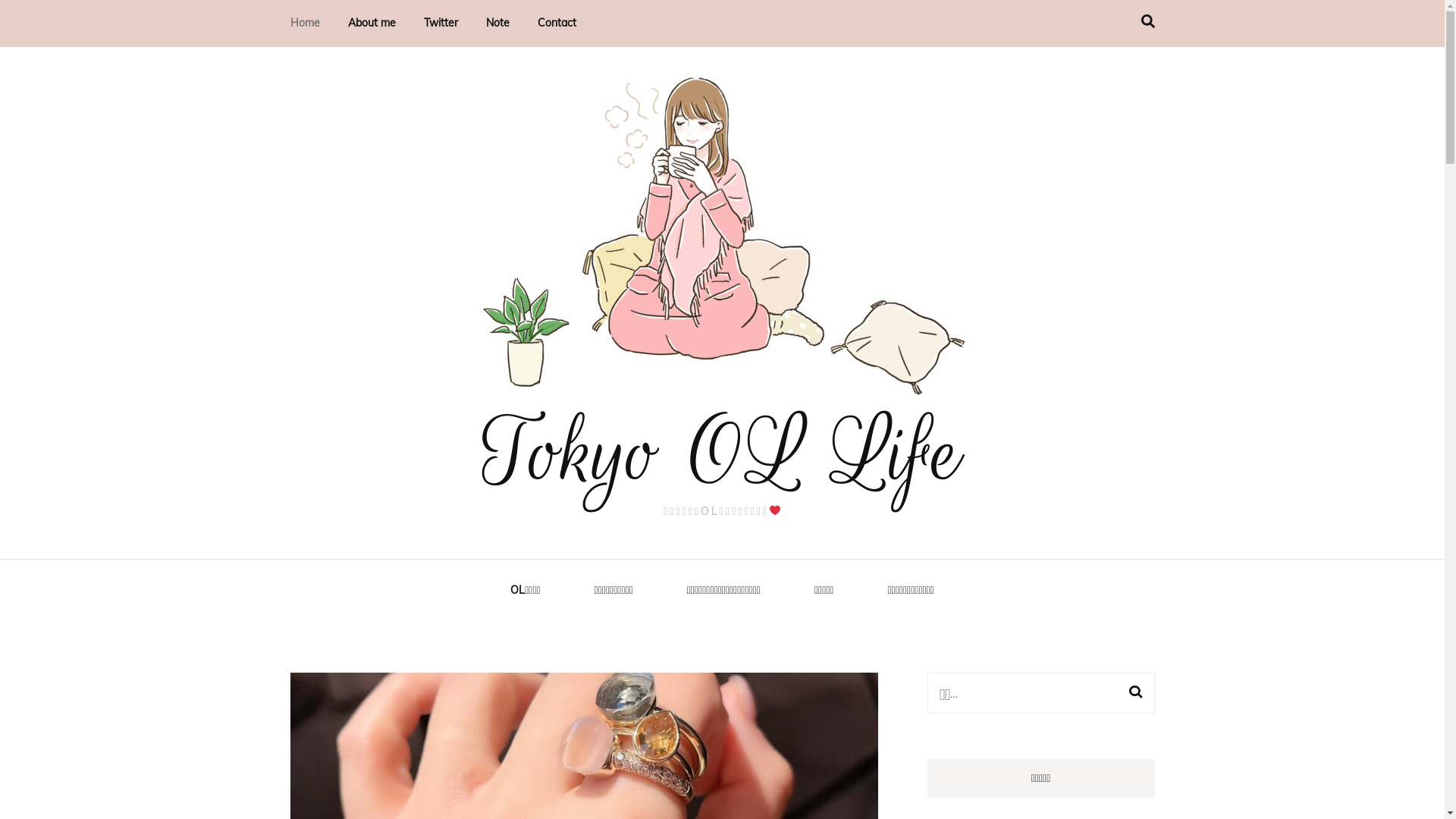 Image resolution: width=1456 pixels, height=819 pixels. Describe the element at coordinates (555, 23) in the screenshot. I see `'Contact'` at that location.